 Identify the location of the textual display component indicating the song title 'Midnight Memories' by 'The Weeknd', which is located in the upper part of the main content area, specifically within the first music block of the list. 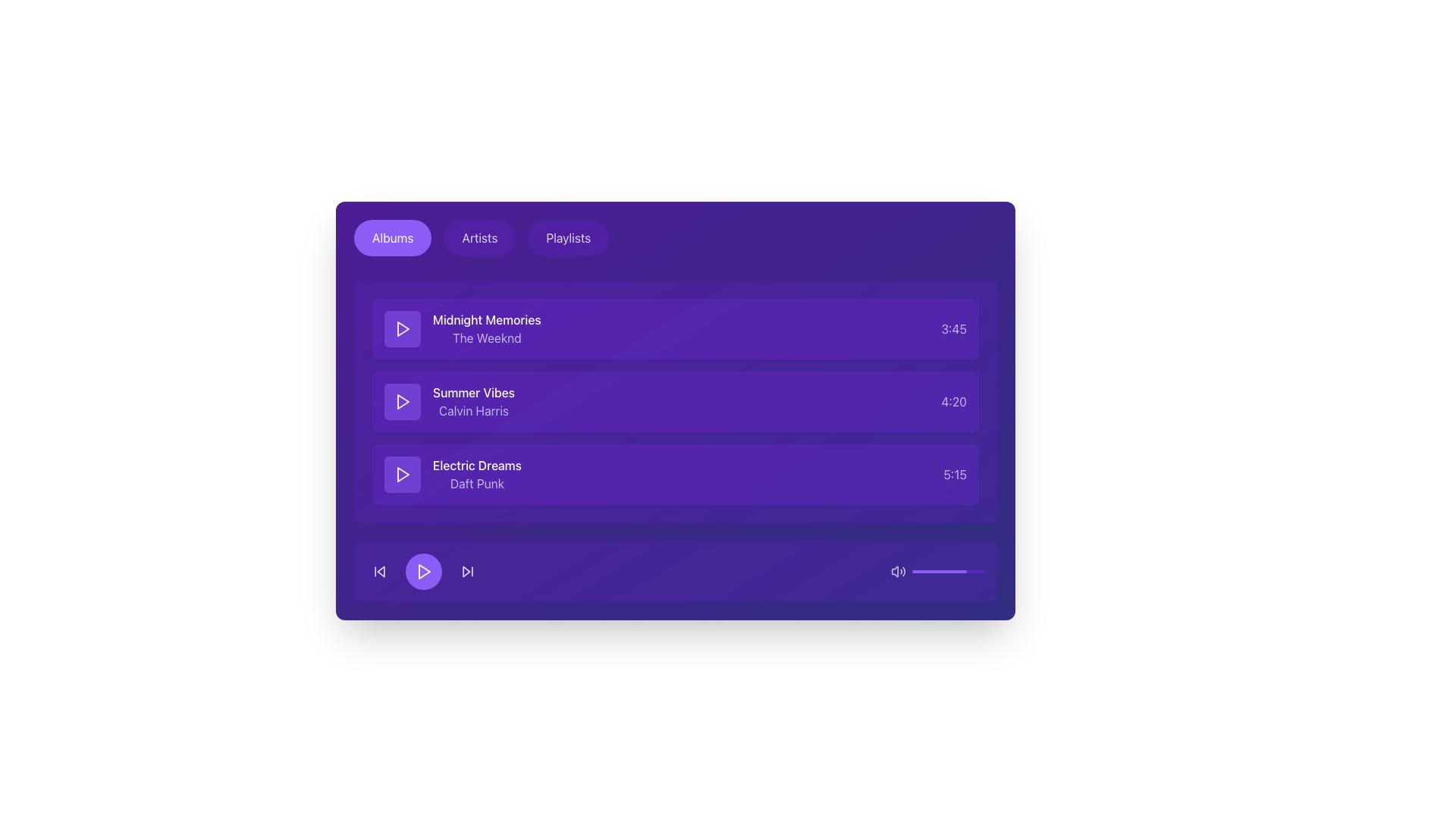
(462, 328).